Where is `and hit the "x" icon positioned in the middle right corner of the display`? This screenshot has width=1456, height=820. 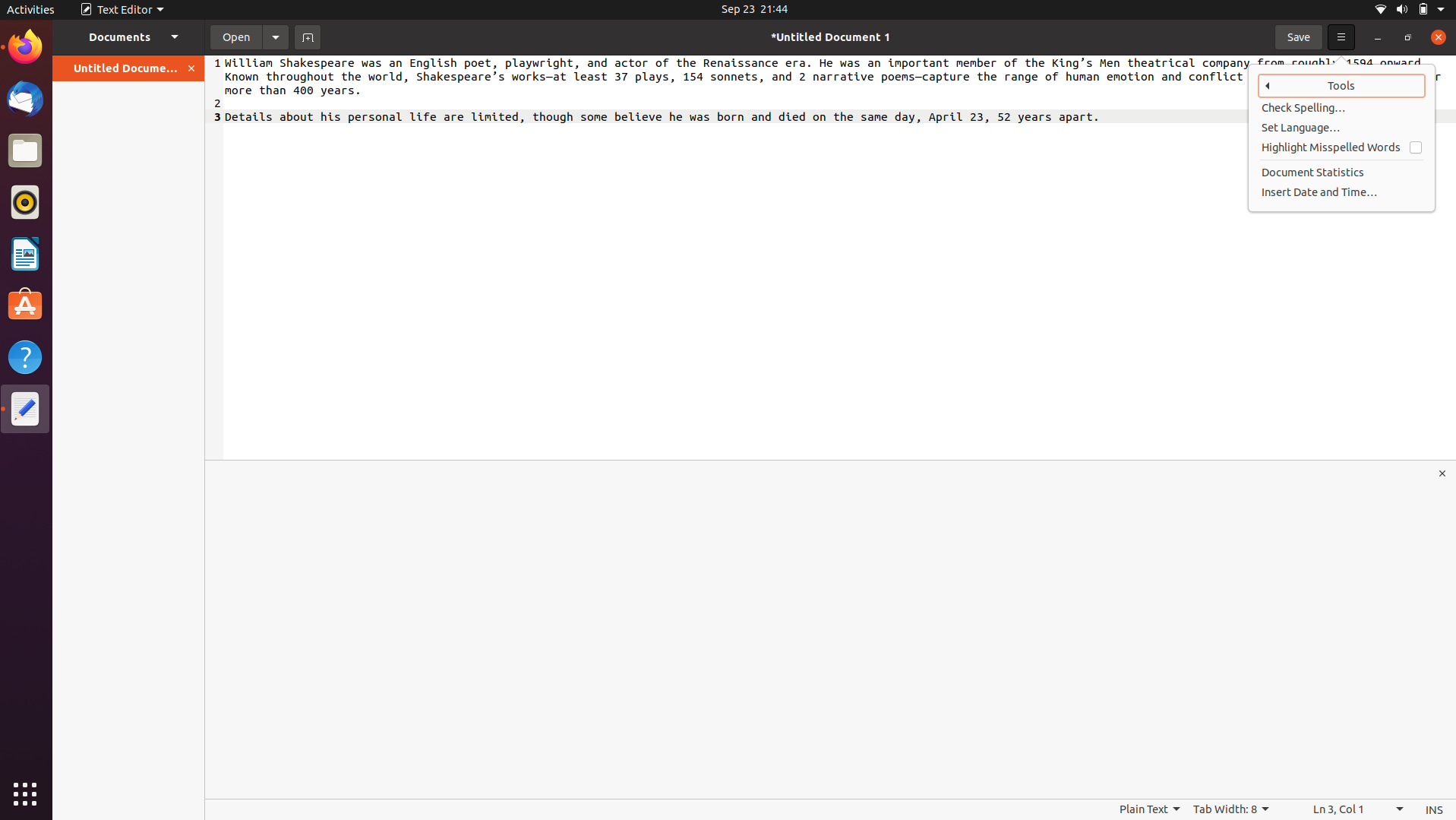 and hit the "x" icon positioned in the middle right corner of the display is located at coordinates (1443, 473).